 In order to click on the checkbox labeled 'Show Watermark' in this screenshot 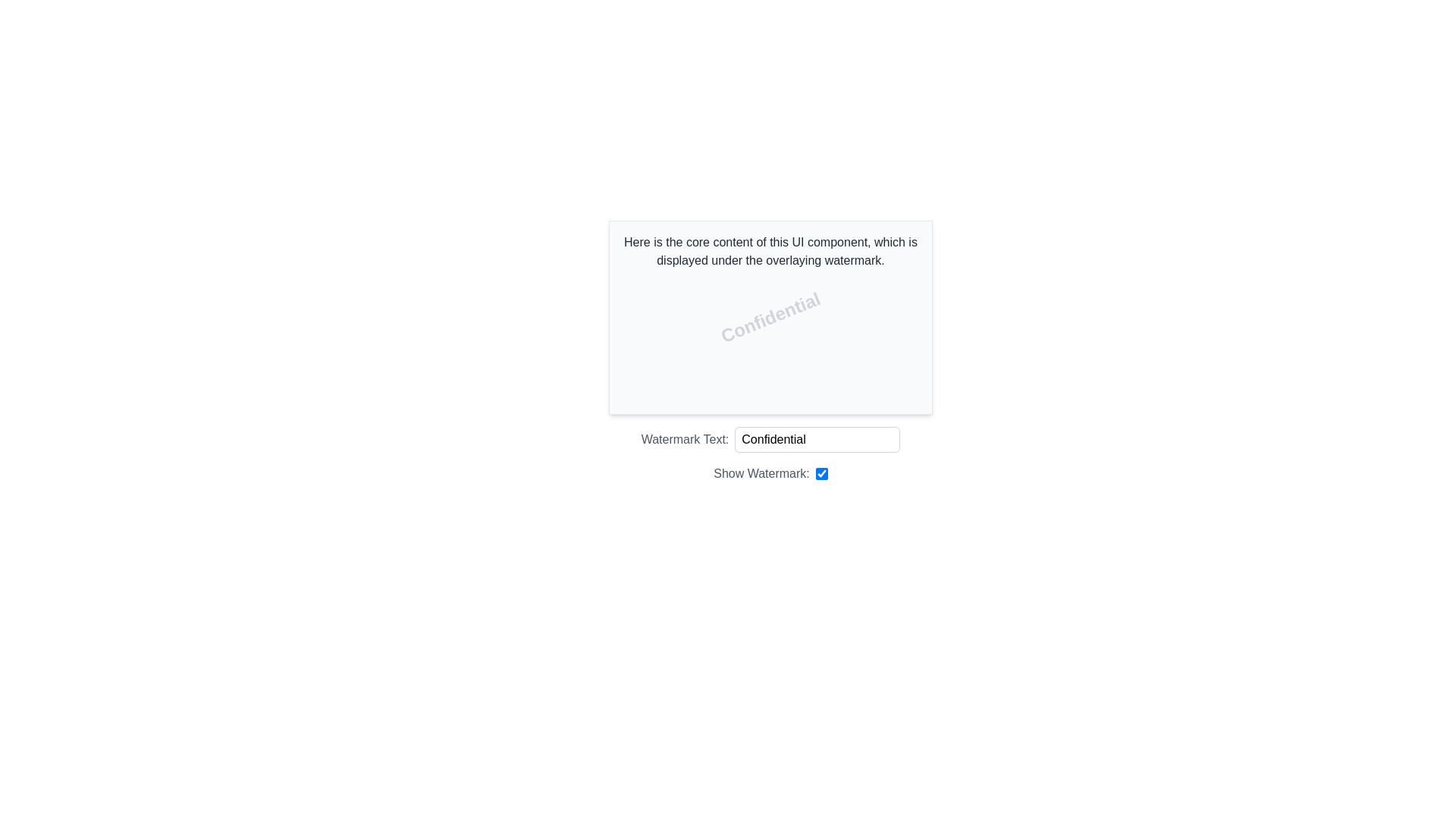, I will do `click(821, 472)`.